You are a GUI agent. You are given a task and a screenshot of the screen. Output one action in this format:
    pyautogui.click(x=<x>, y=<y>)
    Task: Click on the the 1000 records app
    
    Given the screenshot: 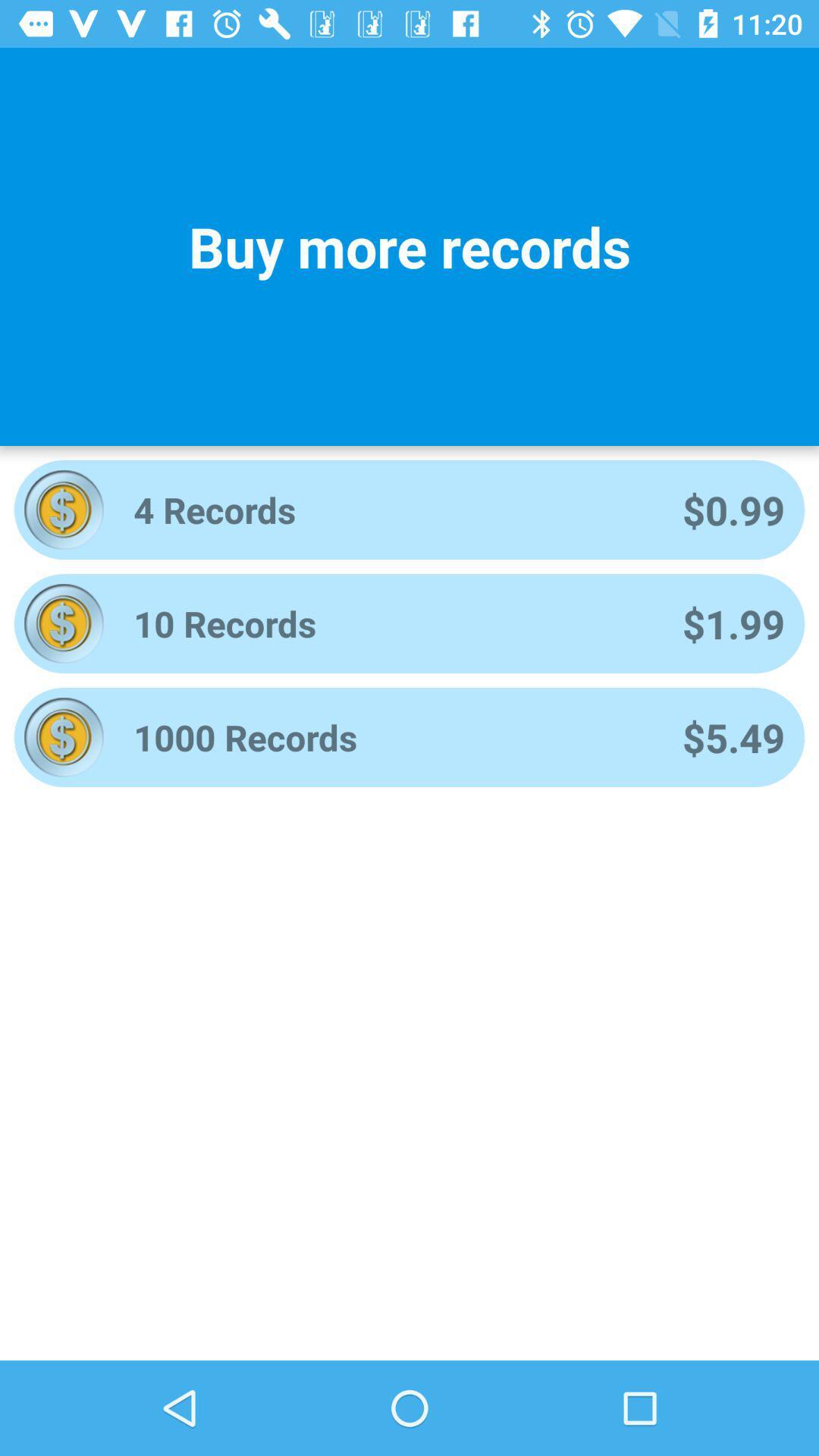 What is the action you would take?
    pyautogui.click(x=387, y=737)
    